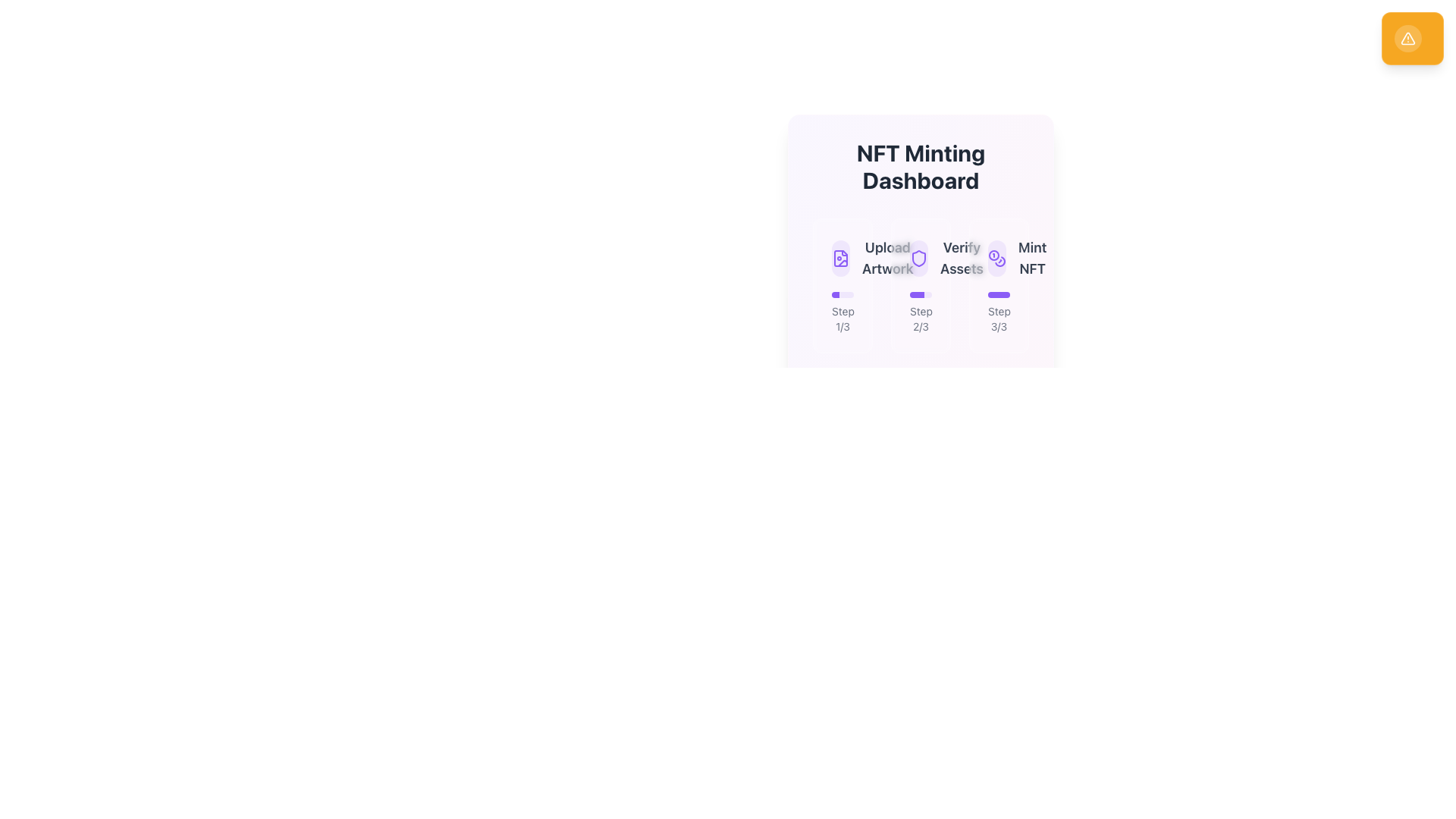  I want to click on the text and progress indicator displaying 'Step 3/3' at the bottom-center of the 'Mint NFT' card, so click(999, 312).